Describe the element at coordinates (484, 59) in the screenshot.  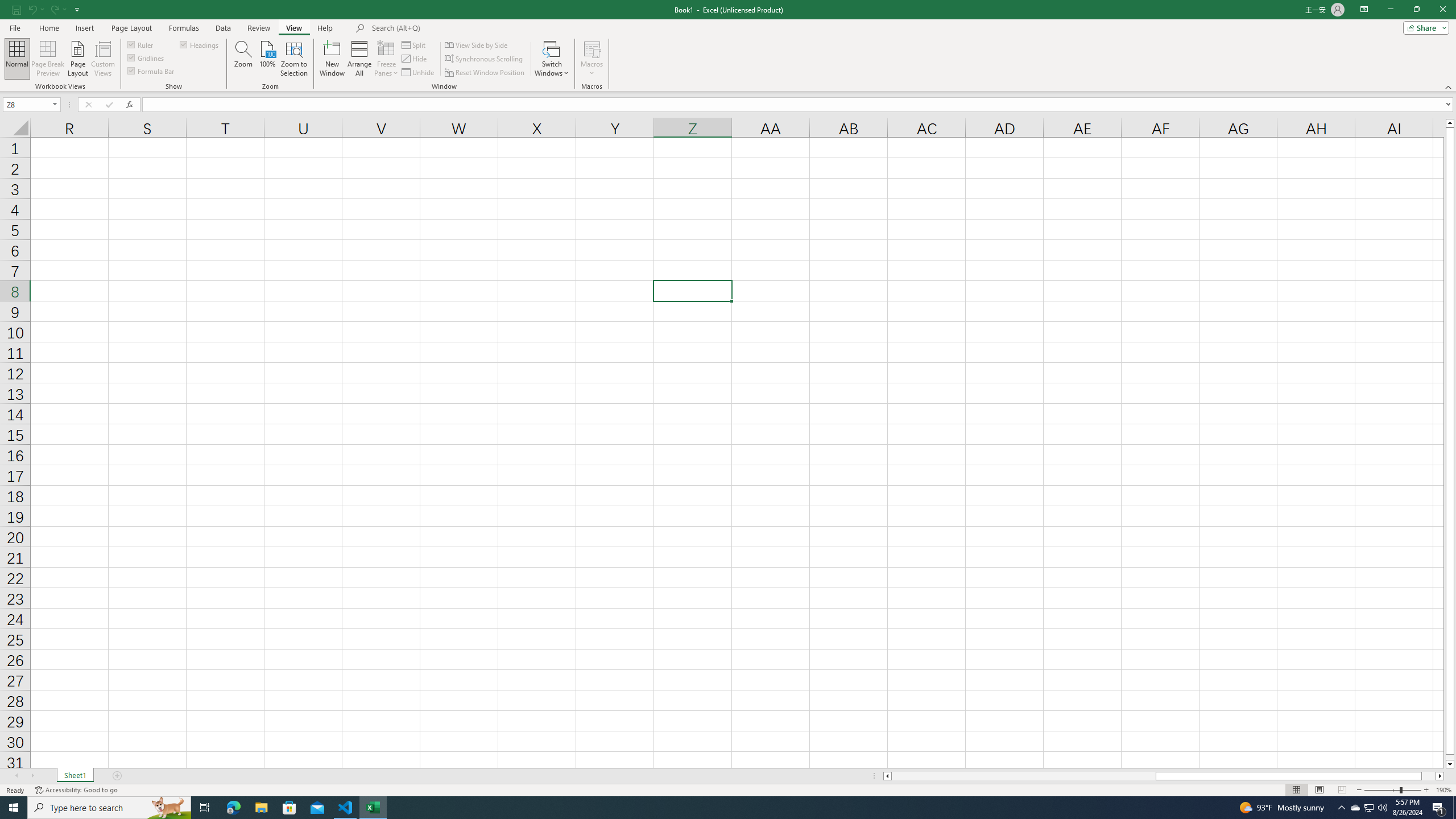
I see `'Synchronous Scrolling'` at that location.